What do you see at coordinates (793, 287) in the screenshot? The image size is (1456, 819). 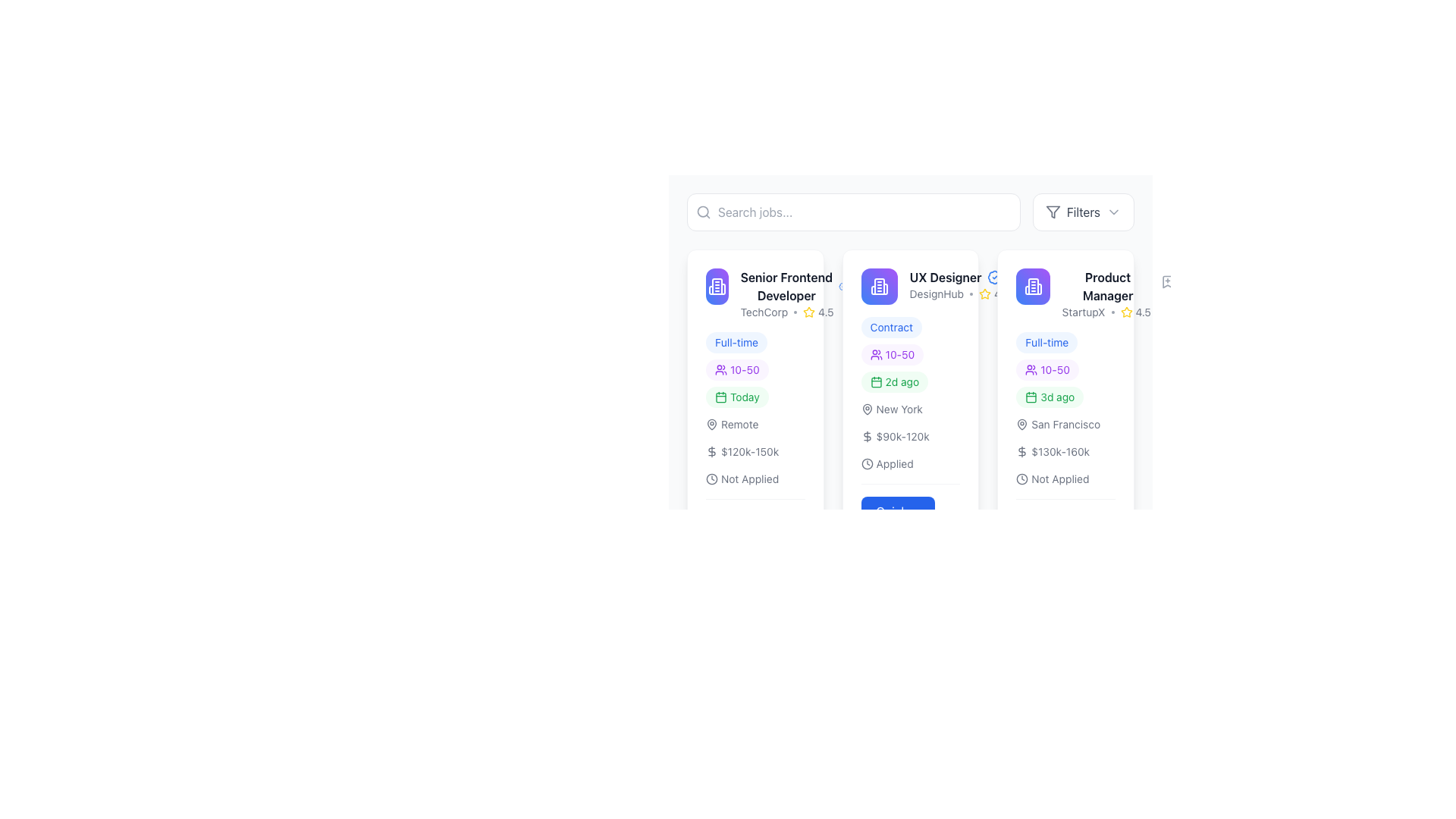 I see `text label displaying the job title 'Senior Frontend Developer', which is prominently positioned at the top of the left job listing card, adjacent to a blue icon and a badge icon` at bounding box center [793, 287].